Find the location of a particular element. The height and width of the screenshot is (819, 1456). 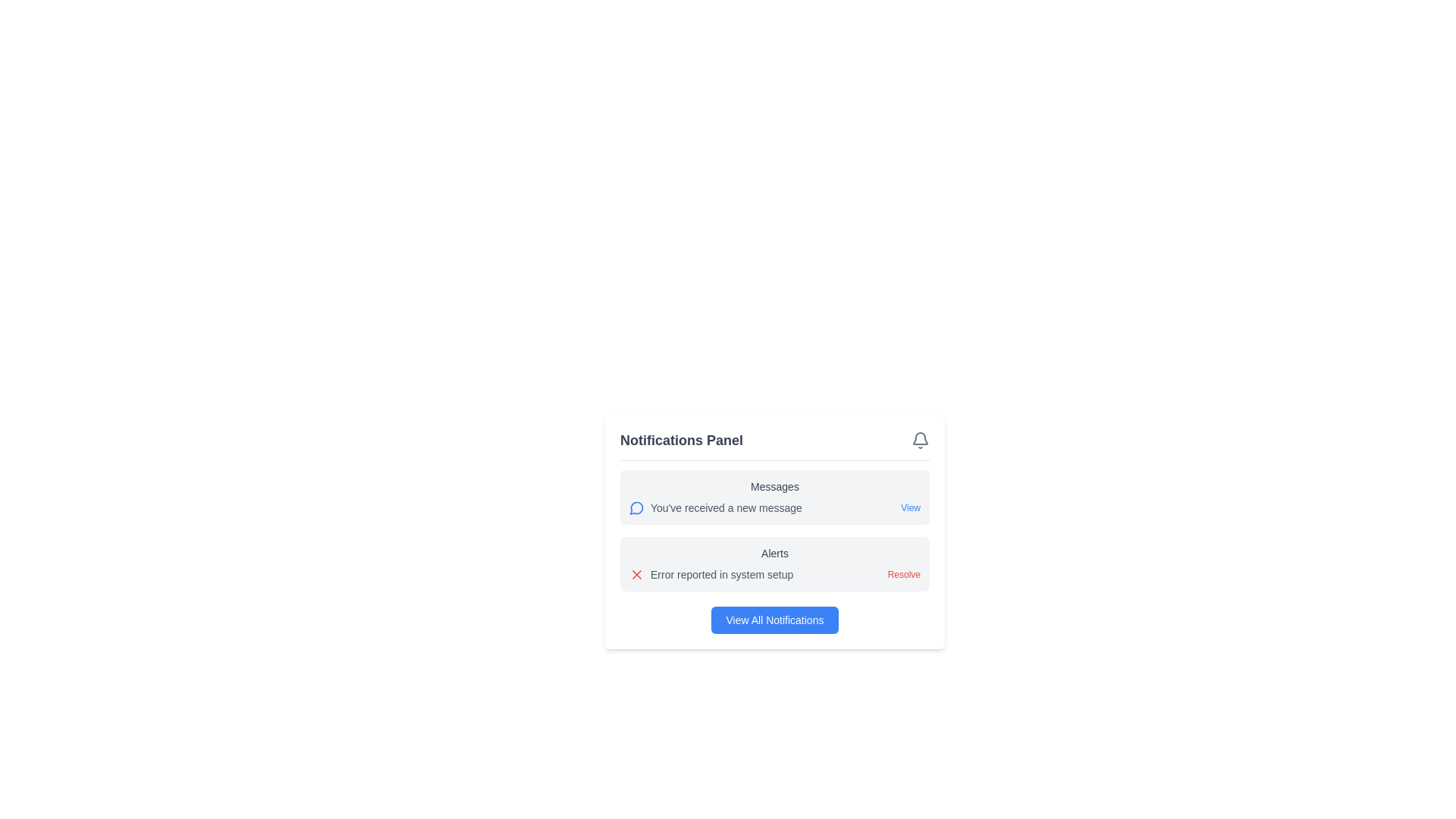

the text snippet displaying 'Error reported in system setup' in the Alerts area is located at coordinates (721, 575).